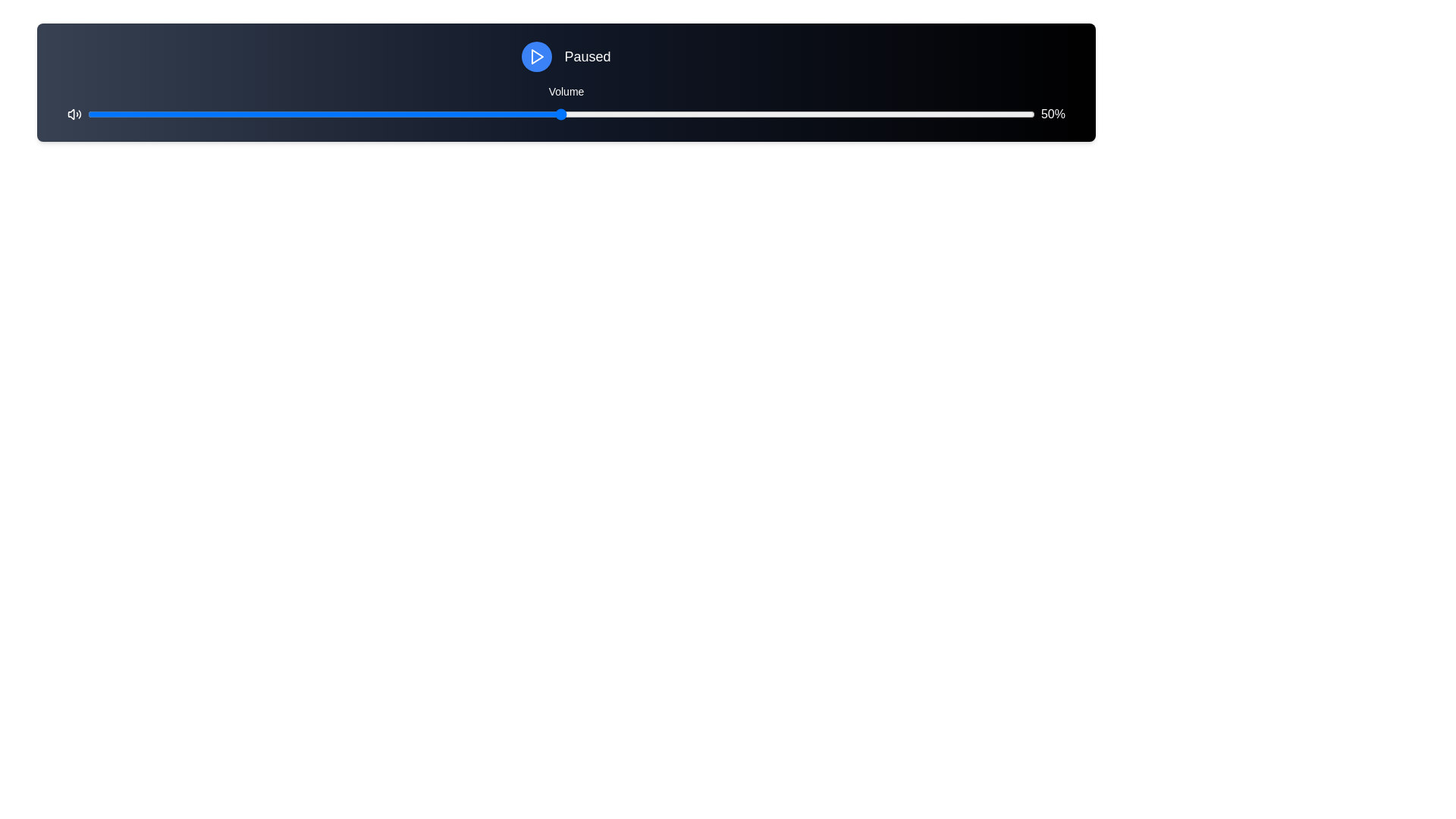 This screenshot has height=819, width=1456. I want to click on the volume, so click(551, 113).